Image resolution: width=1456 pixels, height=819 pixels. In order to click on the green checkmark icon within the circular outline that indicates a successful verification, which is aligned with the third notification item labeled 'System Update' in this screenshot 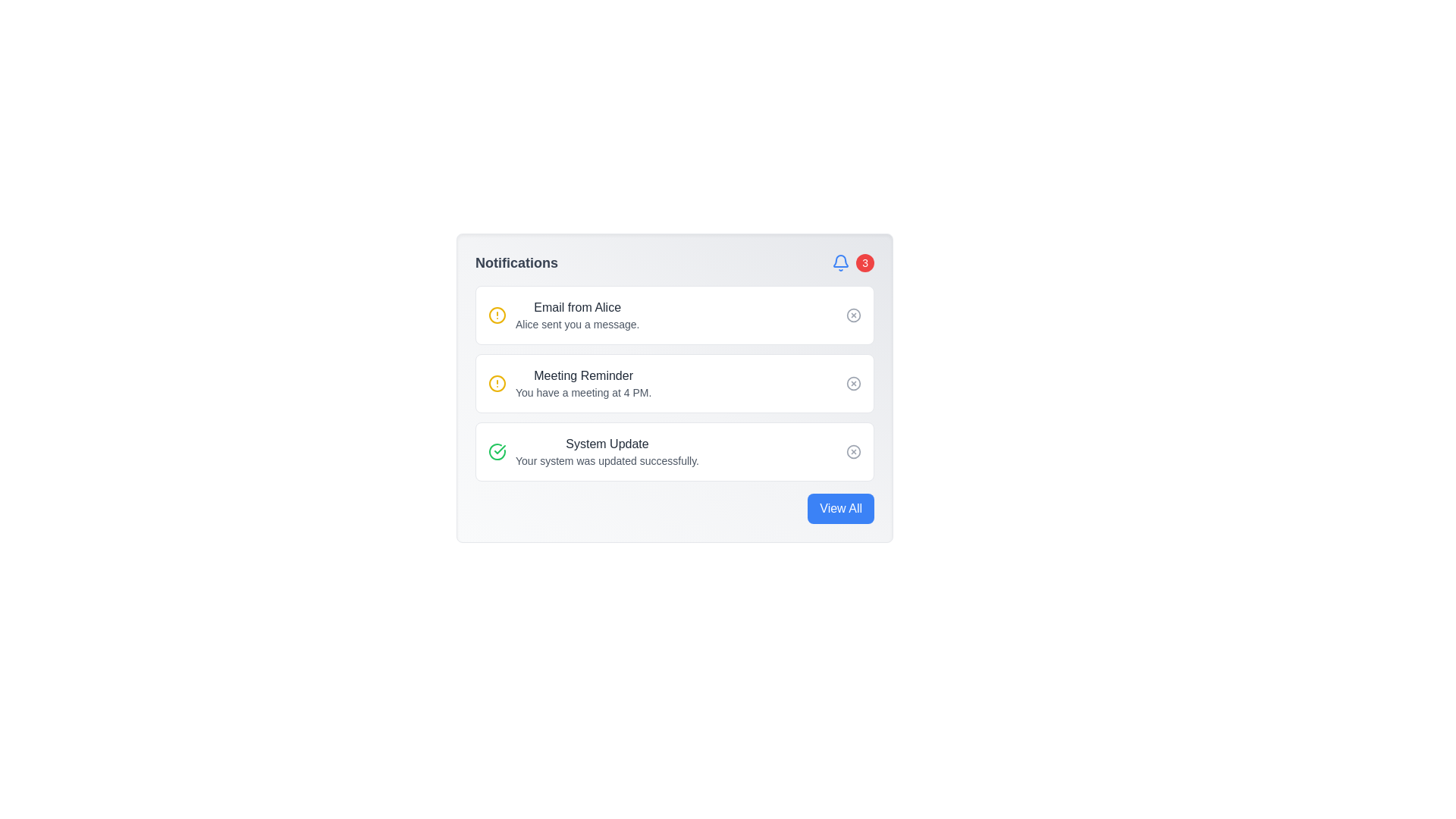, I will do `click(500, 449)`.